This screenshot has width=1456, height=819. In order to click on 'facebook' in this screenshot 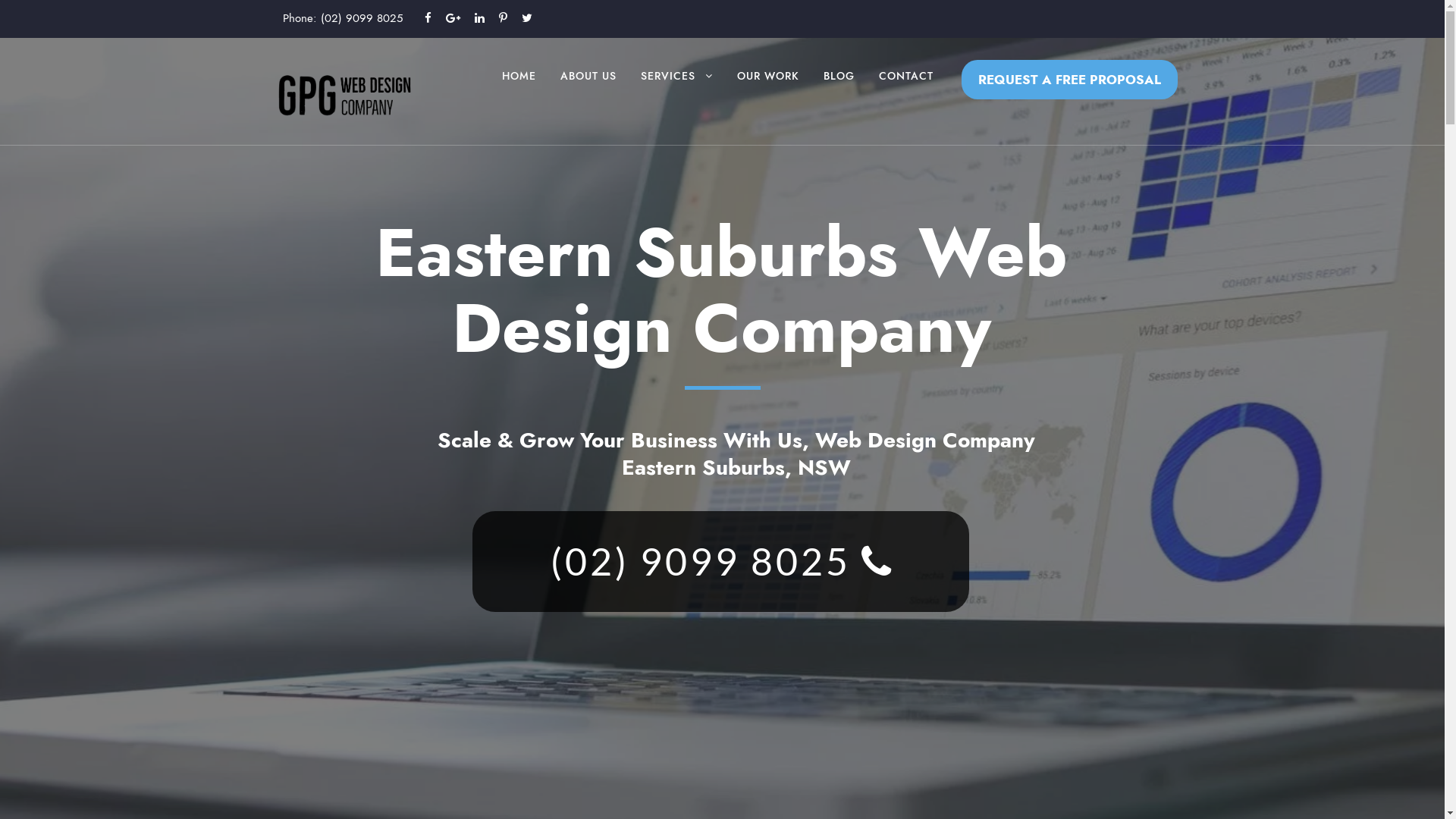, I will do `click(427, 17)`.